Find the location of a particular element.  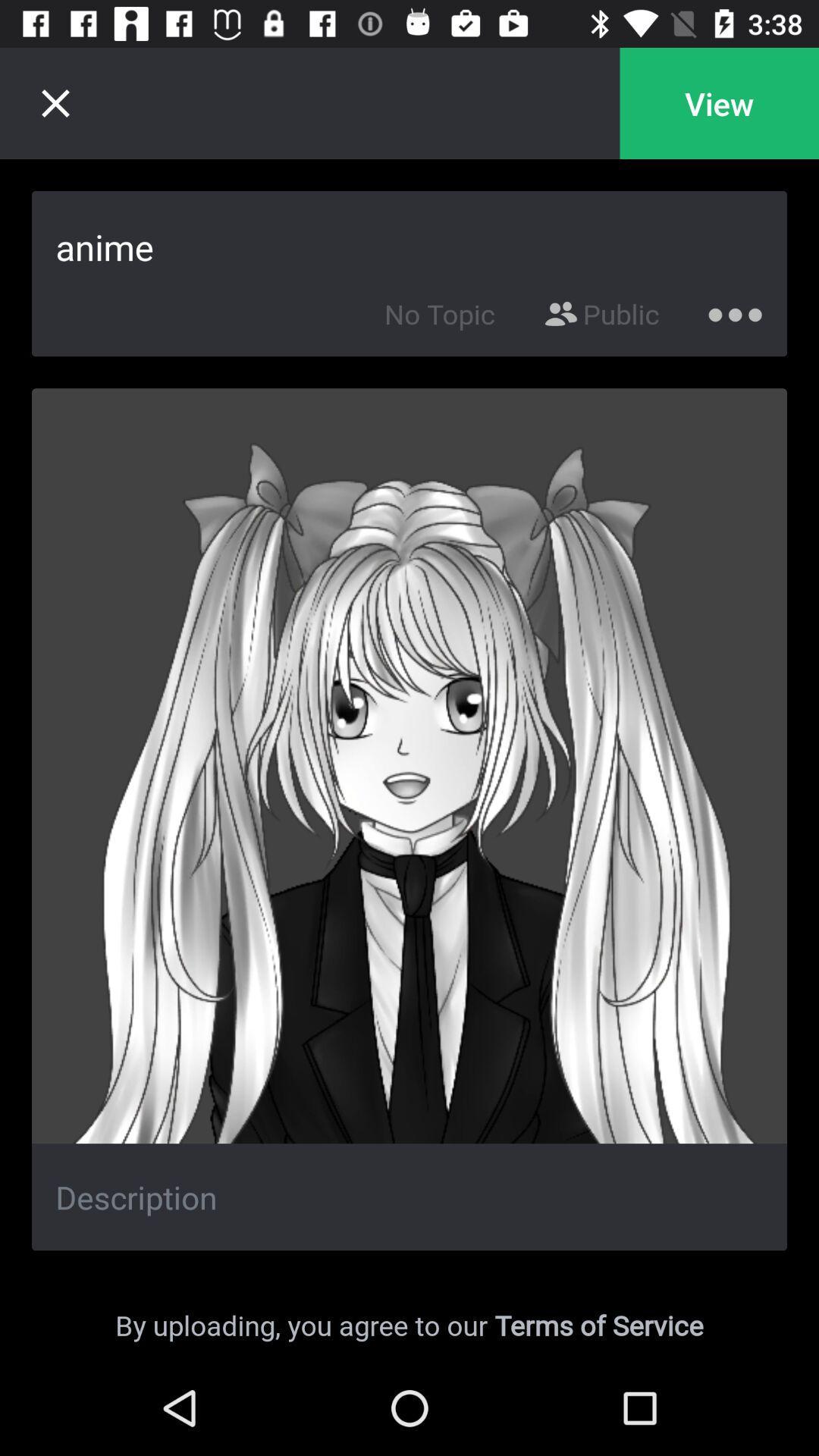

more options is located at coordinates (734, 310).